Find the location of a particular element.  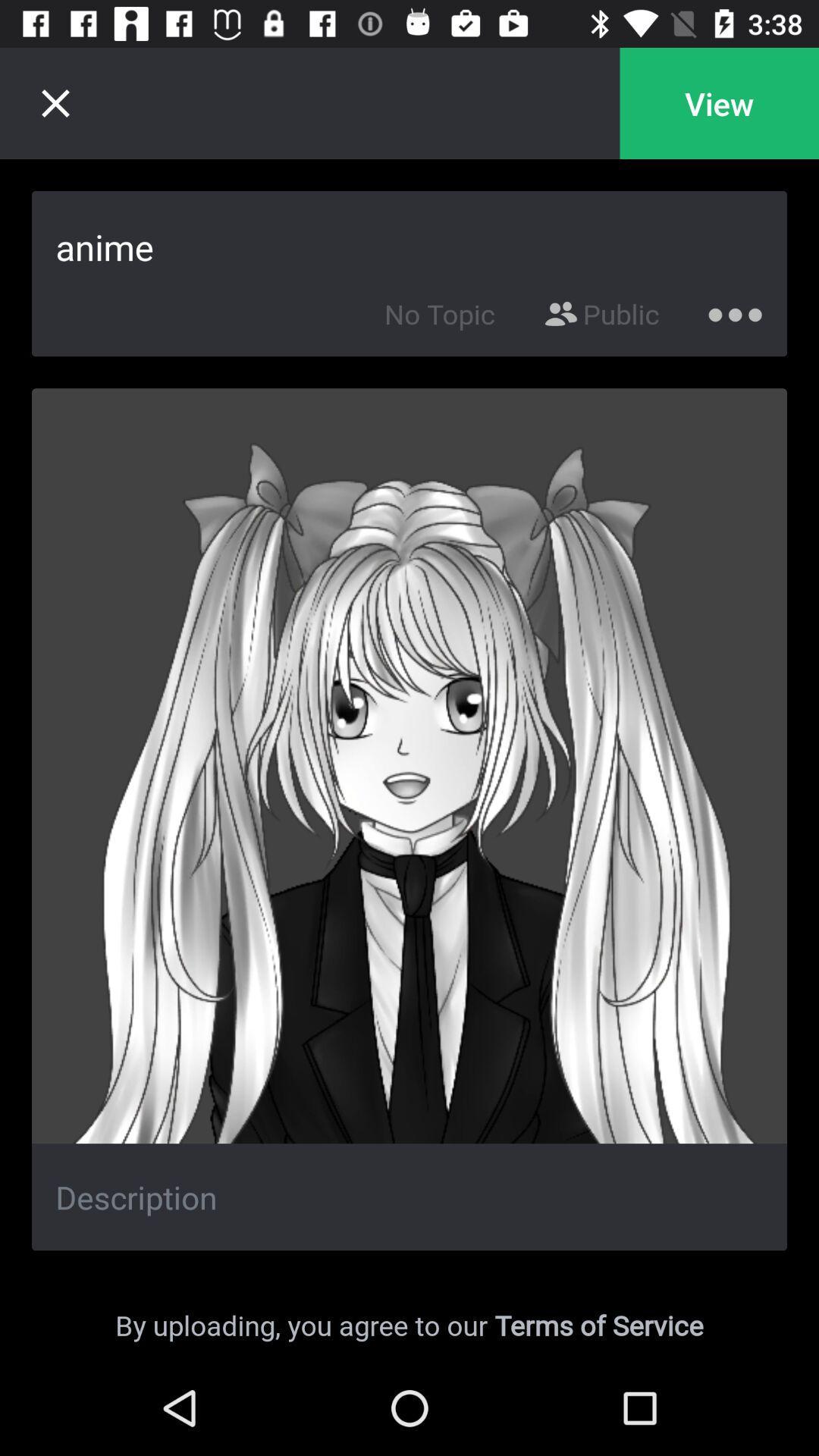

more options is located at coordinates (734, 310).